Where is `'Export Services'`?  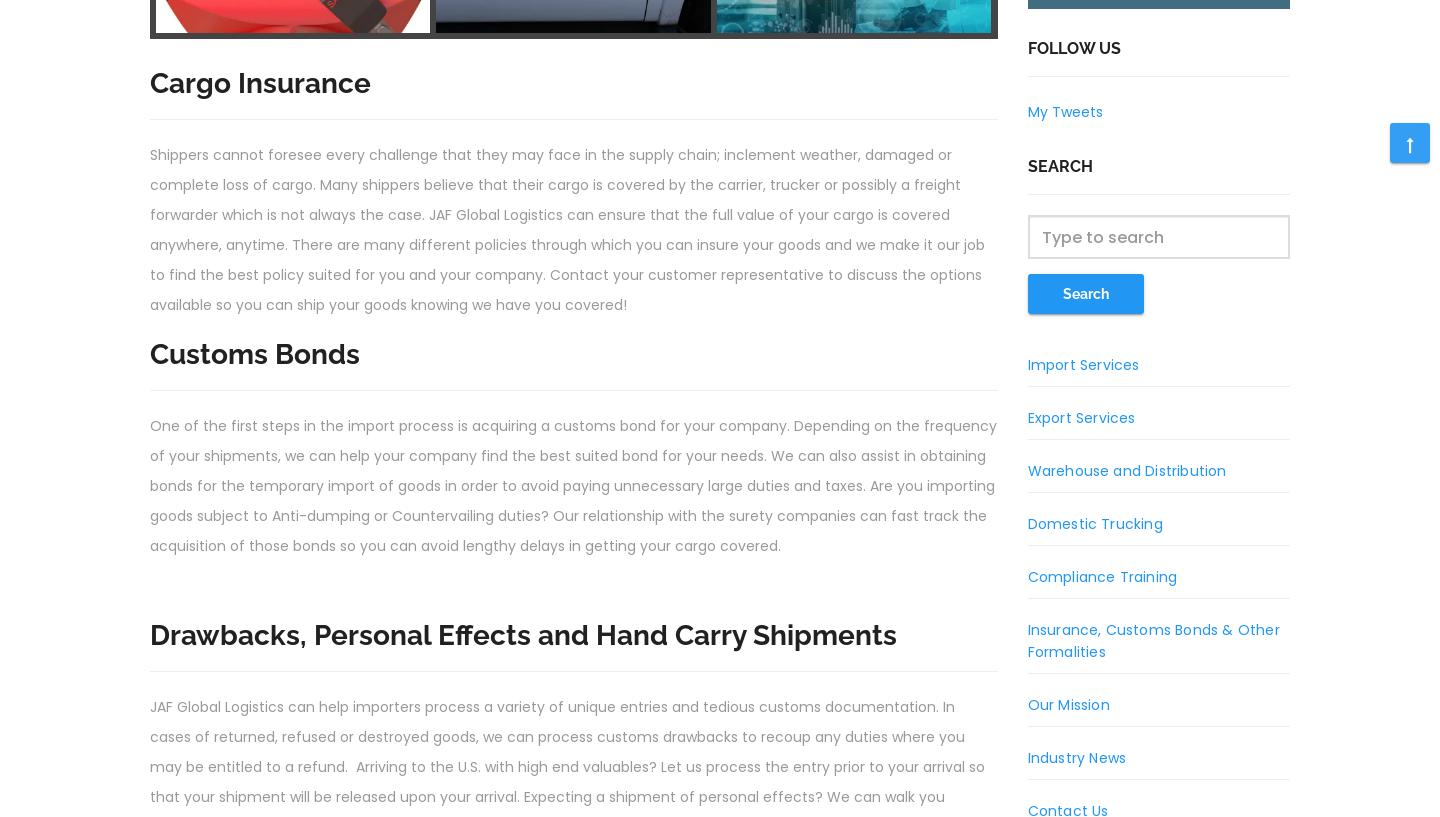
'Export Services' is located at coordinates (1080, 417).